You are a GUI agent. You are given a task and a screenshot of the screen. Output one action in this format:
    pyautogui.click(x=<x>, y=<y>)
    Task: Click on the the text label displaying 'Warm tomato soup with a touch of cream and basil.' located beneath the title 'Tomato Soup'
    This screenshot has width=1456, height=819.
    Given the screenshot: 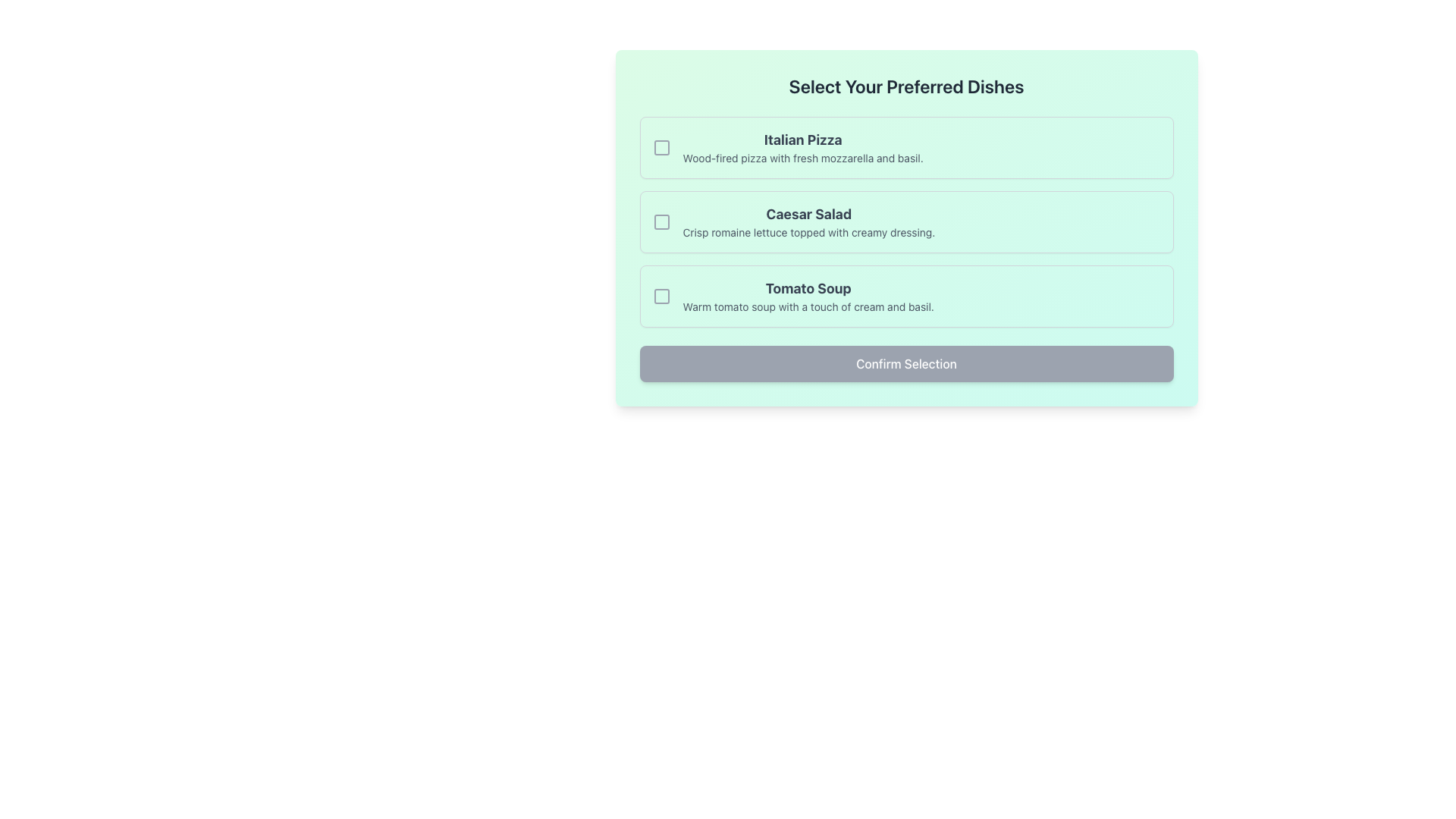 What is the action you would take?
    pyautogui.click(x=808, y=307)
    